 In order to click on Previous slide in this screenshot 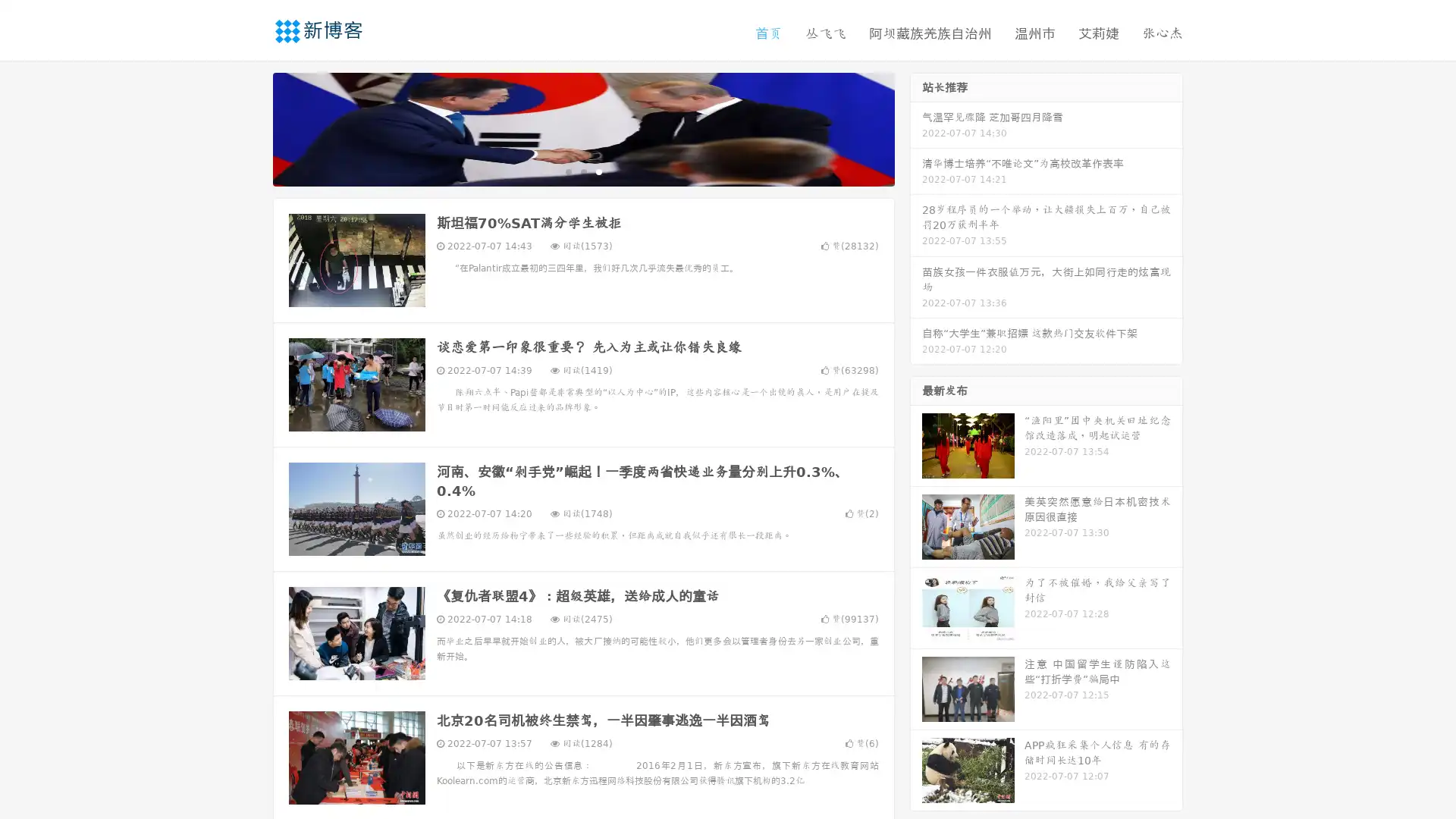, I will do `click(250, 127)`.